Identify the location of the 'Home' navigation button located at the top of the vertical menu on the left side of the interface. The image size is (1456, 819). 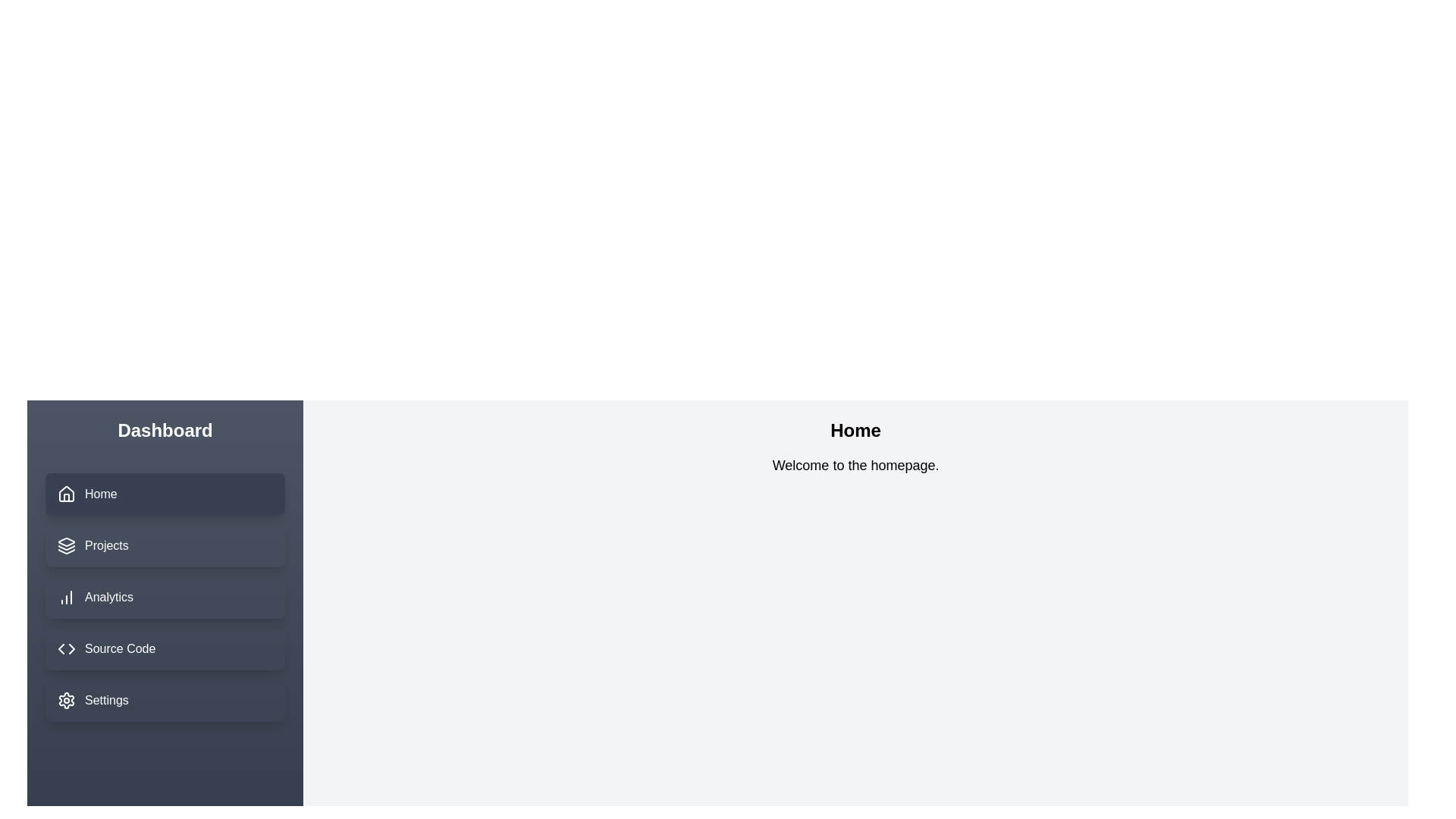
(165, 494).